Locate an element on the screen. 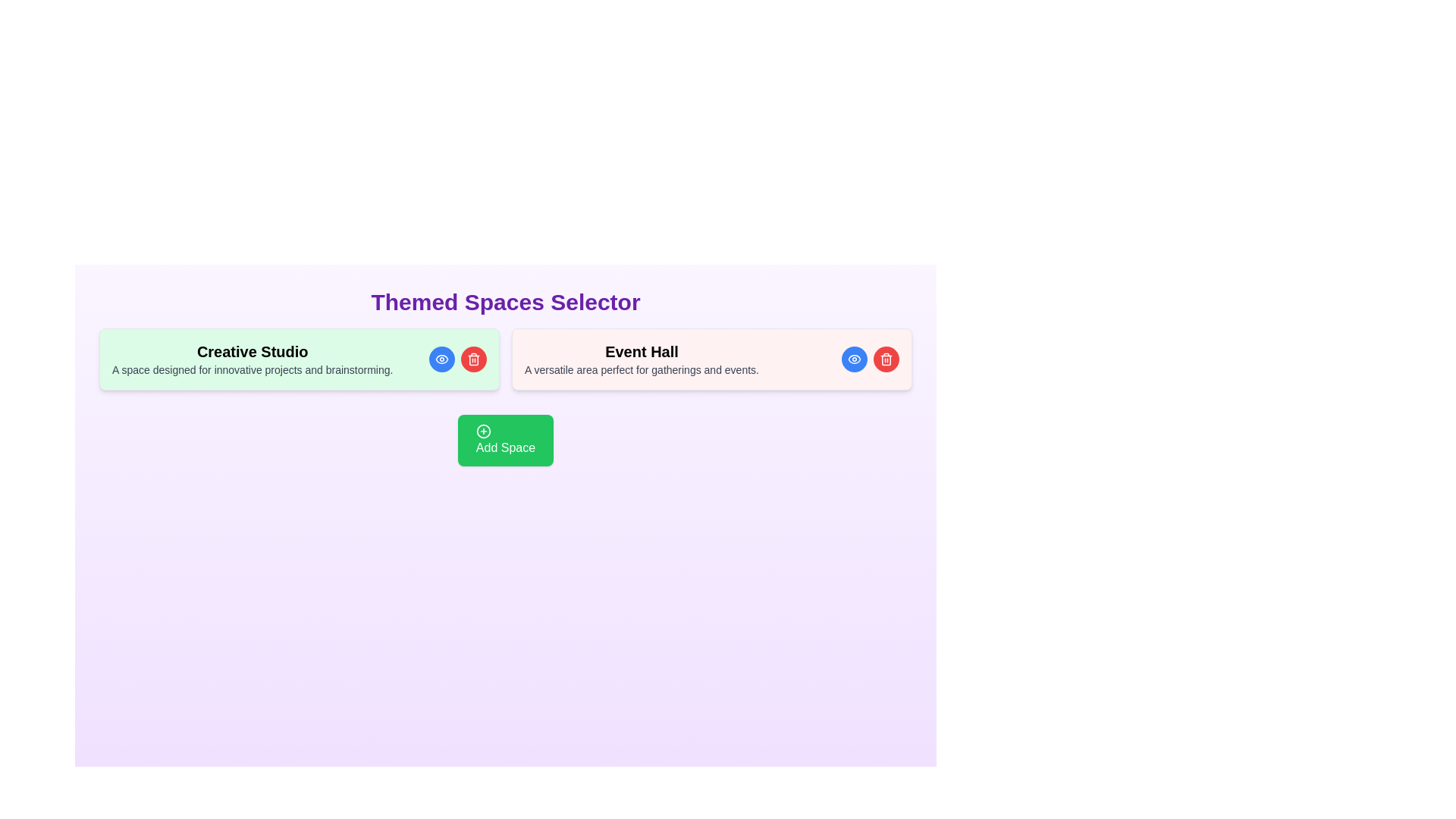  information displayed in the 'Event Hall' description box, which is the second textual display element in the list, located to the right of 'Creative Studio' is located at coordinates (642, 359).